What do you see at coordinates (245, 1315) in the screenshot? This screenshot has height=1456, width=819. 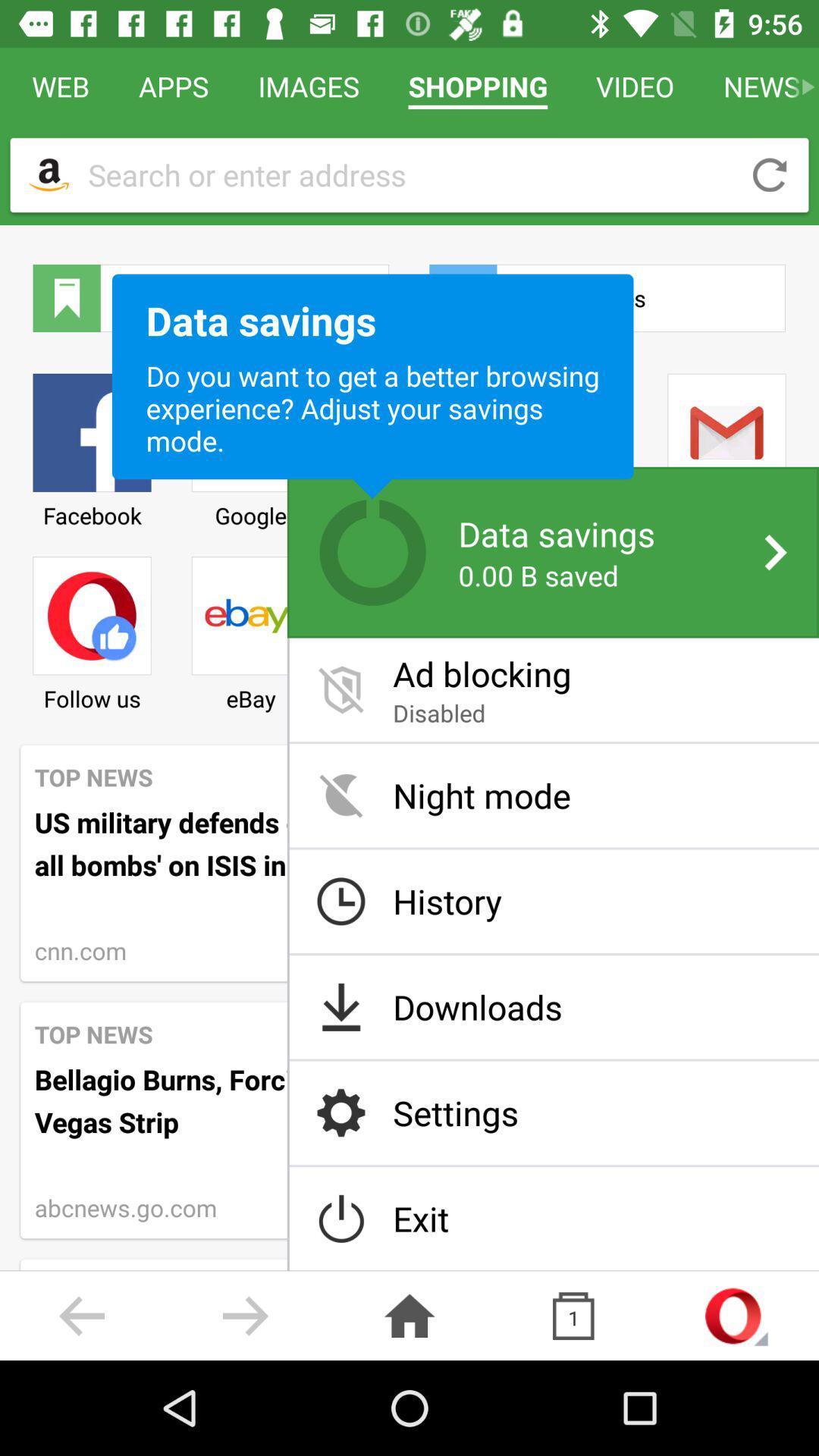 I see `the arrow_forward icon` at bounding box center [245, 1315].